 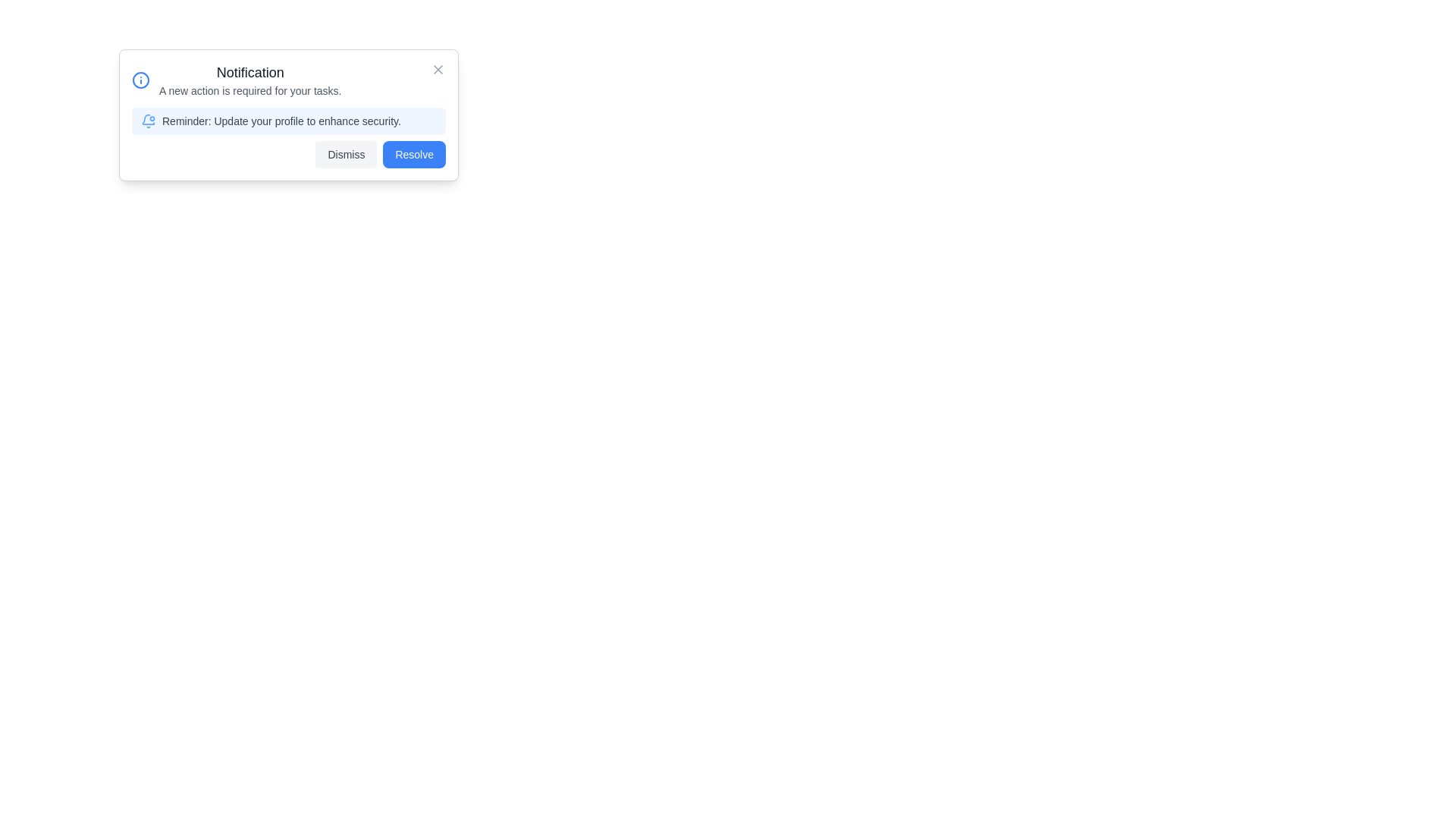 I want to click on the text label reading 'A new action is required for your tasks.' which is styled in gray and positioned below the 'Notification' heading in the modal window, so click(x=250, y=90).